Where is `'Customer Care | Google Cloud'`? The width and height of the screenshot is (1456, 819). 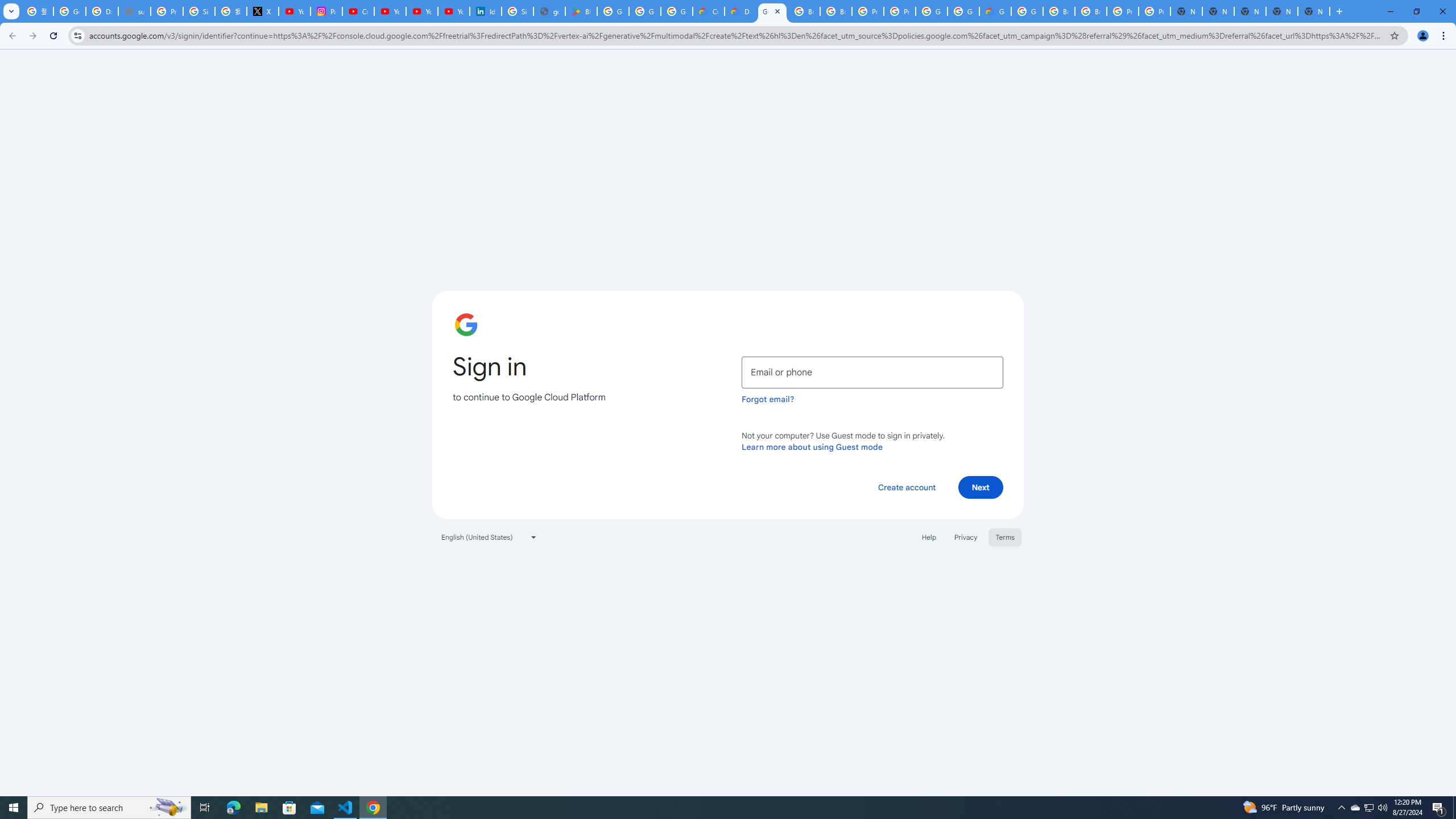
'Customer Care | Google Cloud' is located at coordinates (708, 11).